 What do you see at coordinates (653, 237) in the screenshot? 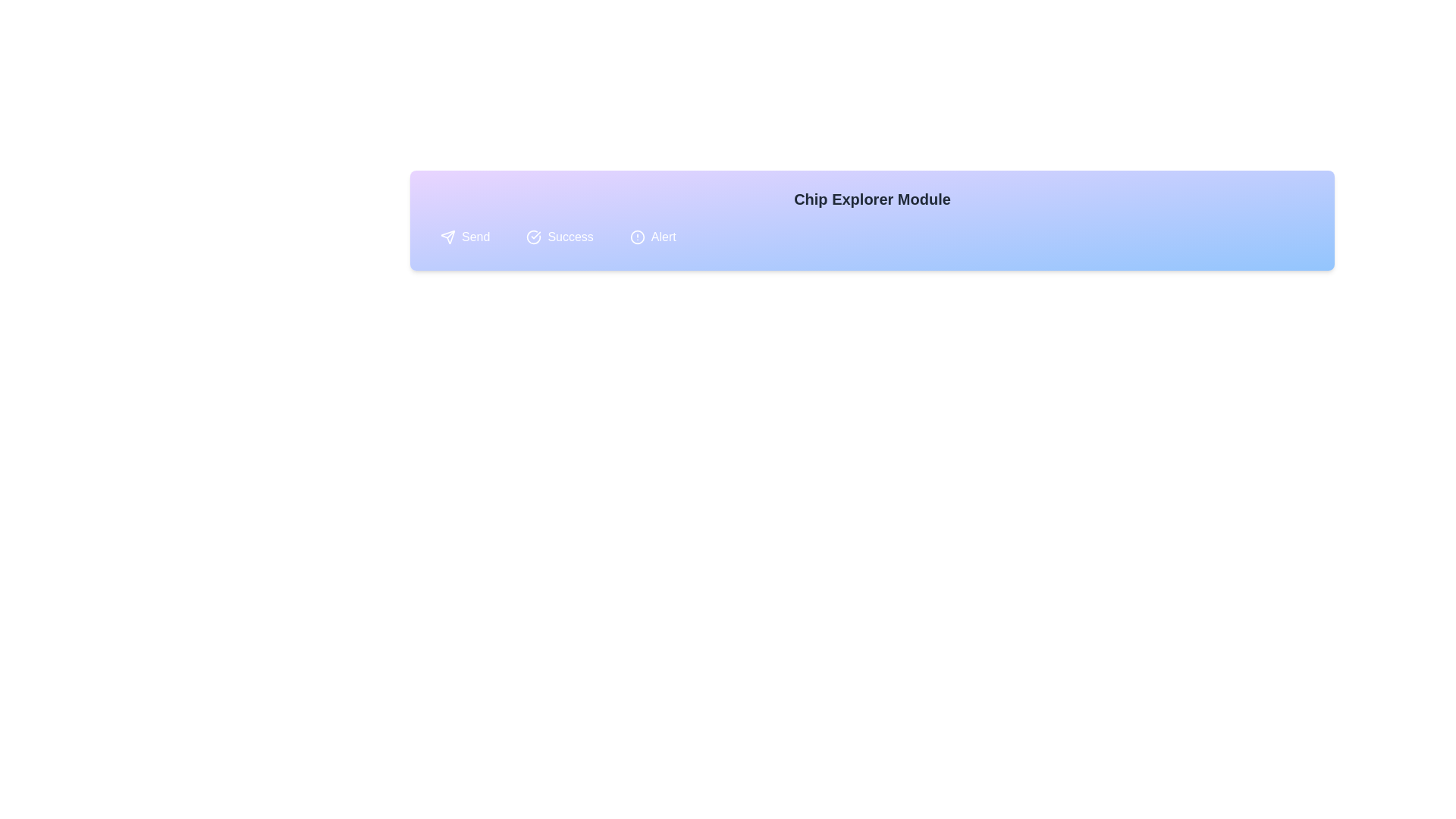
I see `the chip labeled Alert` at bounding box center [653, 237].